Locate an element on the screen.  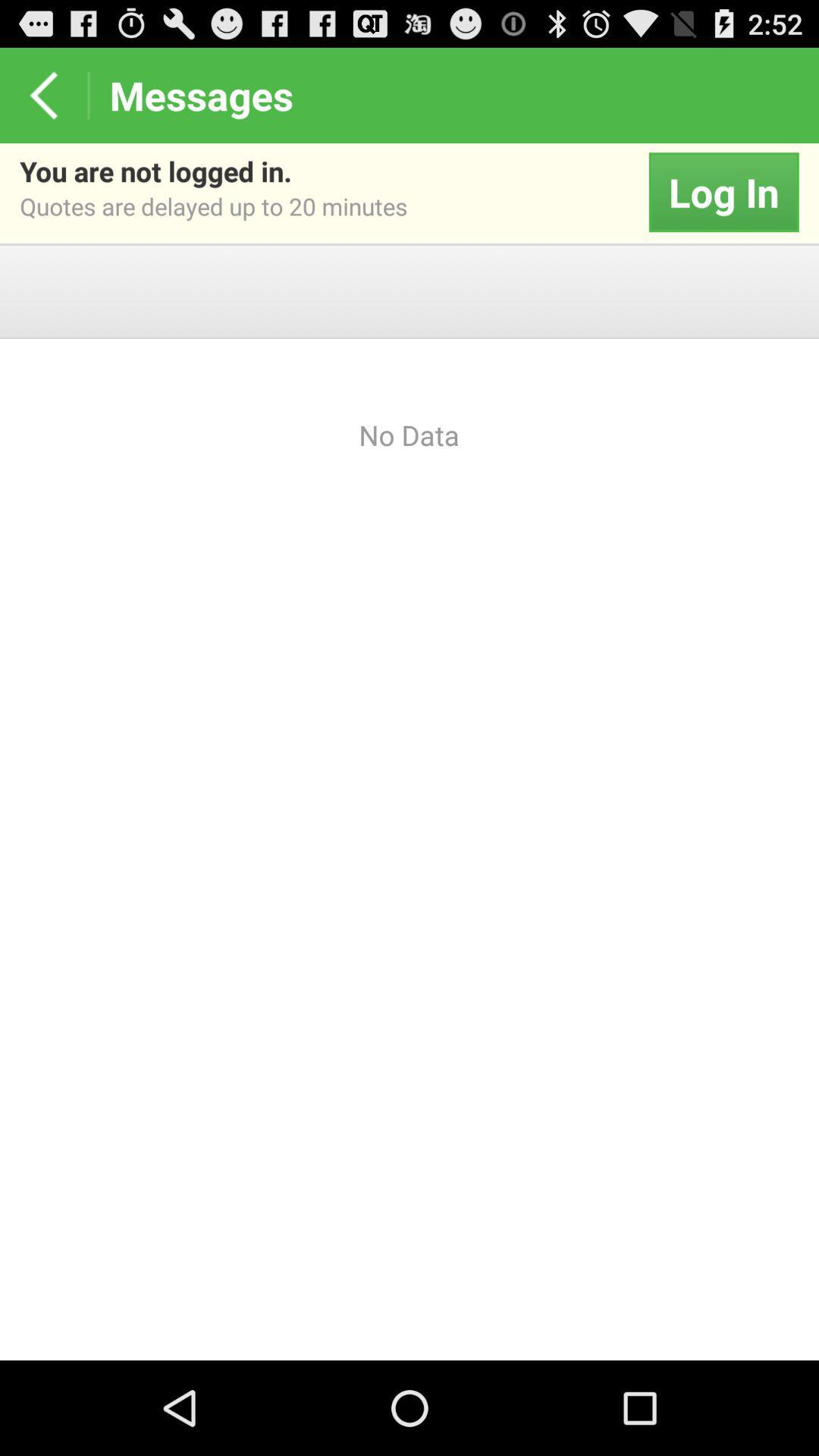
log in button is located at coordinates (723, 192).